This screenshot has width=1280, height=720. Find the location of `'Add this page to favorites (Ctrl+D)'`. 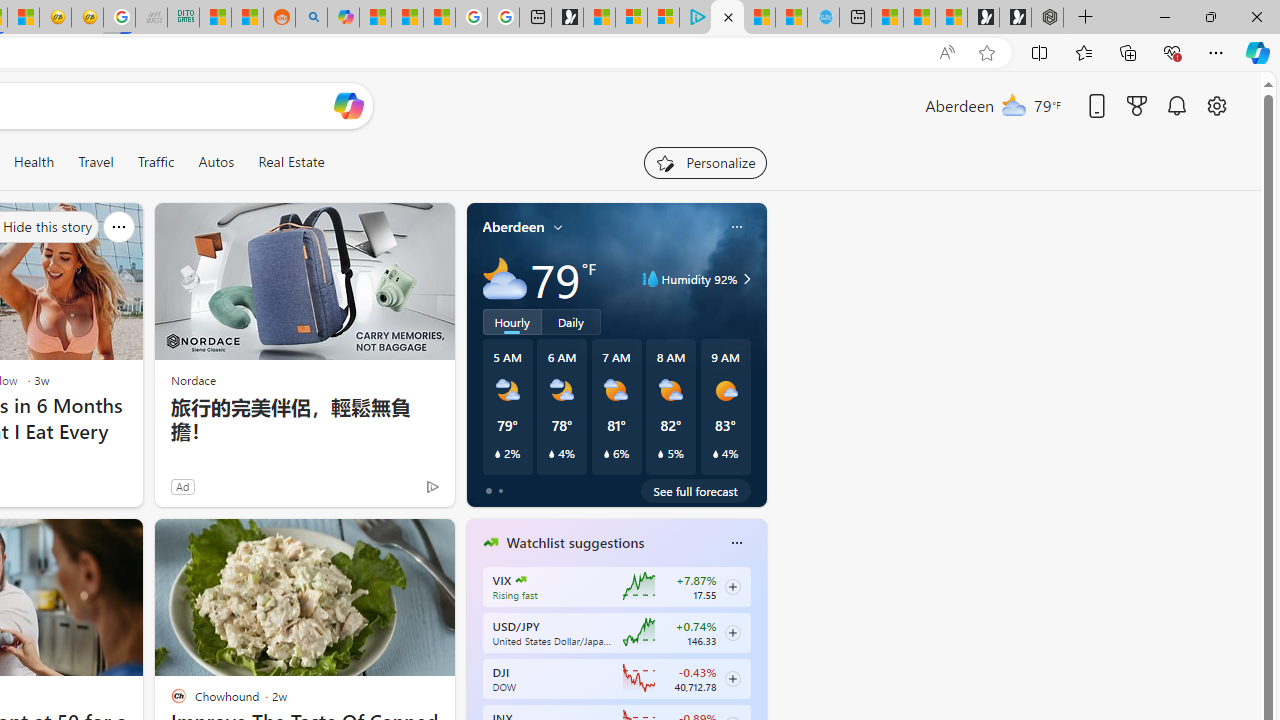

'Add this page to favorites (Ctrl+D)' is located at coordinates (986, 52).